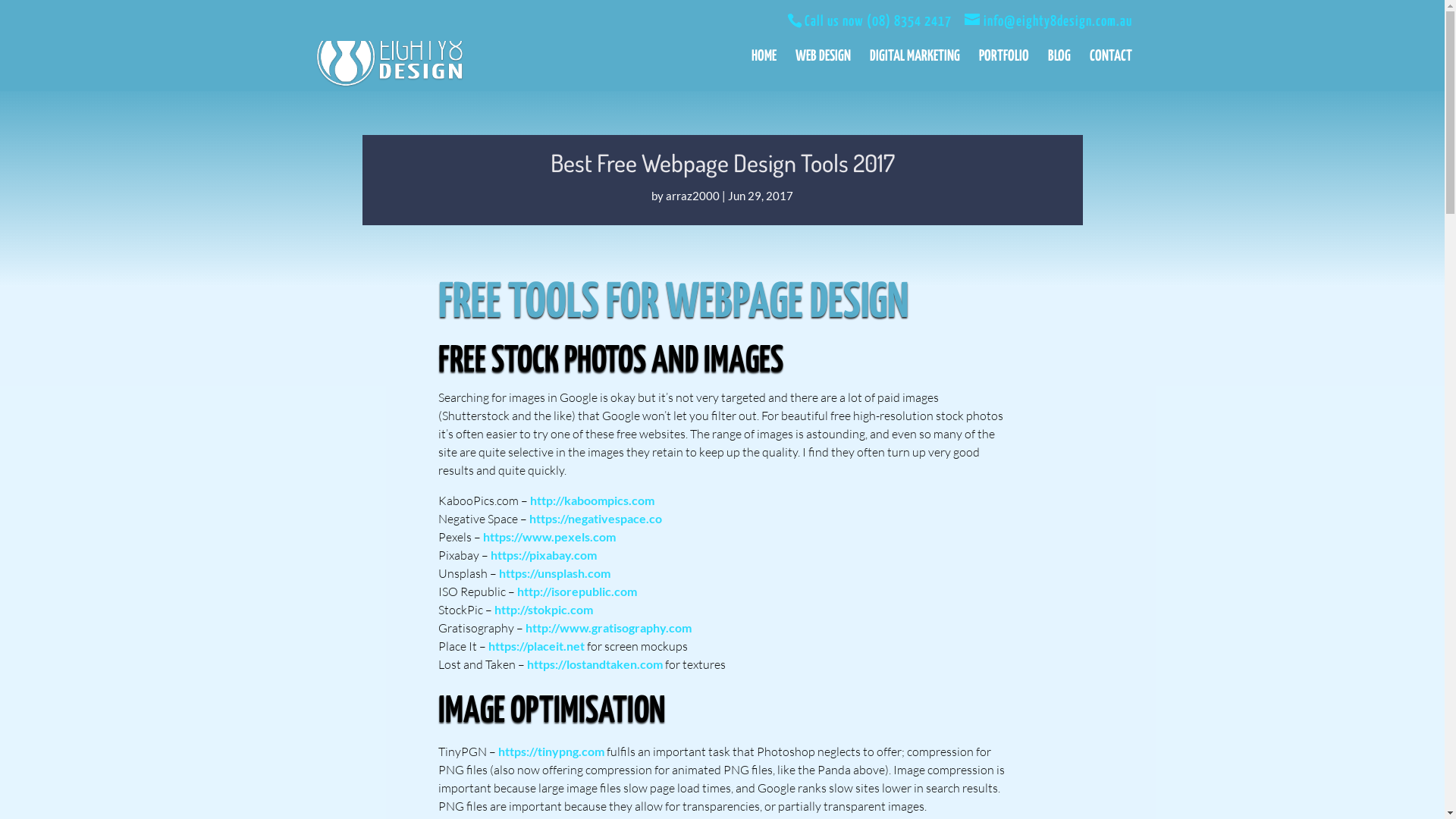  I want to click on 'https://placeit.net', so click(536, 645).